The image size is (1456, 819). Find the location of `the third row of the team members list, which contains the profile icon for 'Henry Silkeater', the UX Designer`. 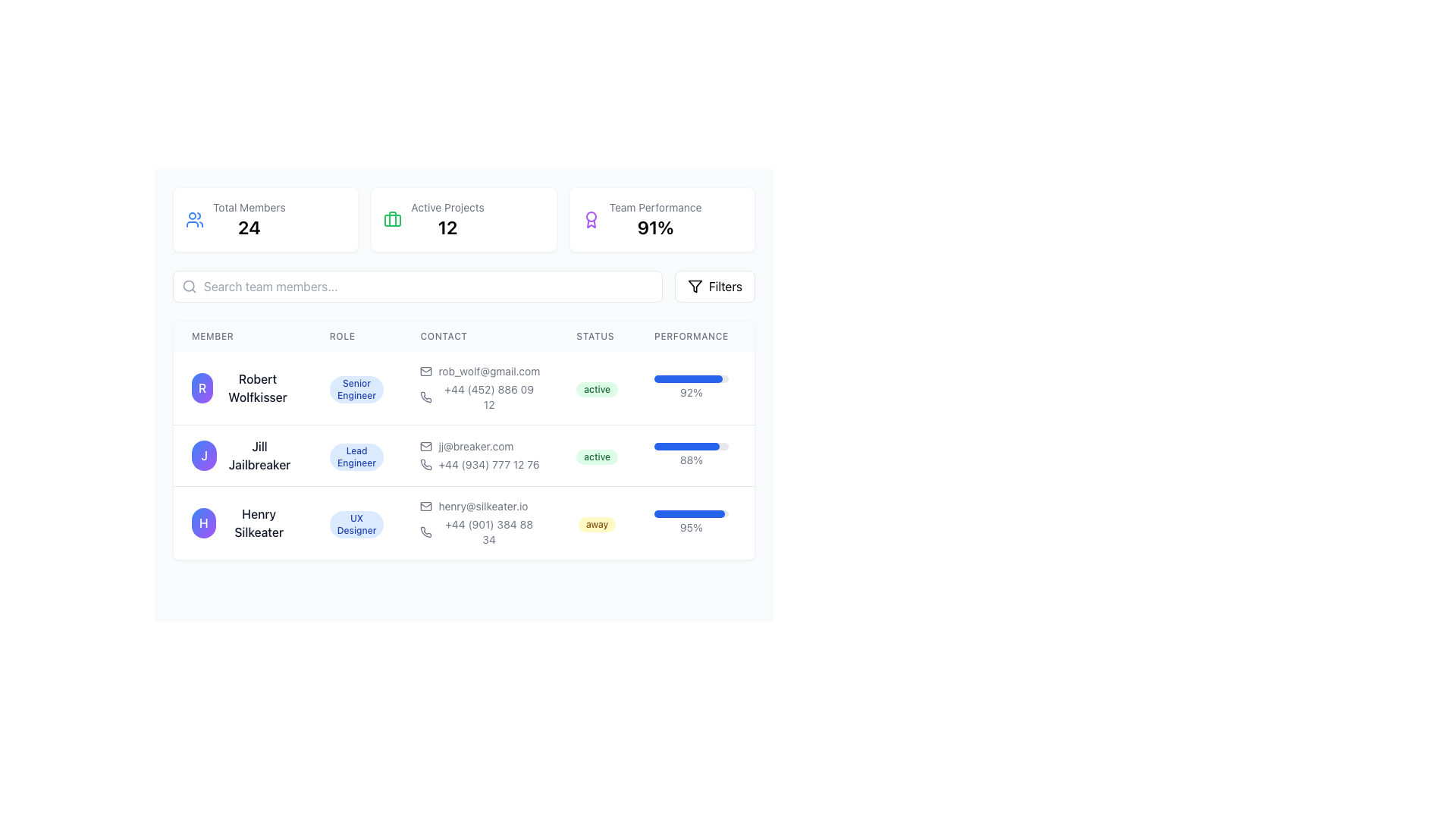

the third row of the team members list, which contains the profile icon for 'Henry Silkeater', the UX Designer is located at coordinates (500, 522).